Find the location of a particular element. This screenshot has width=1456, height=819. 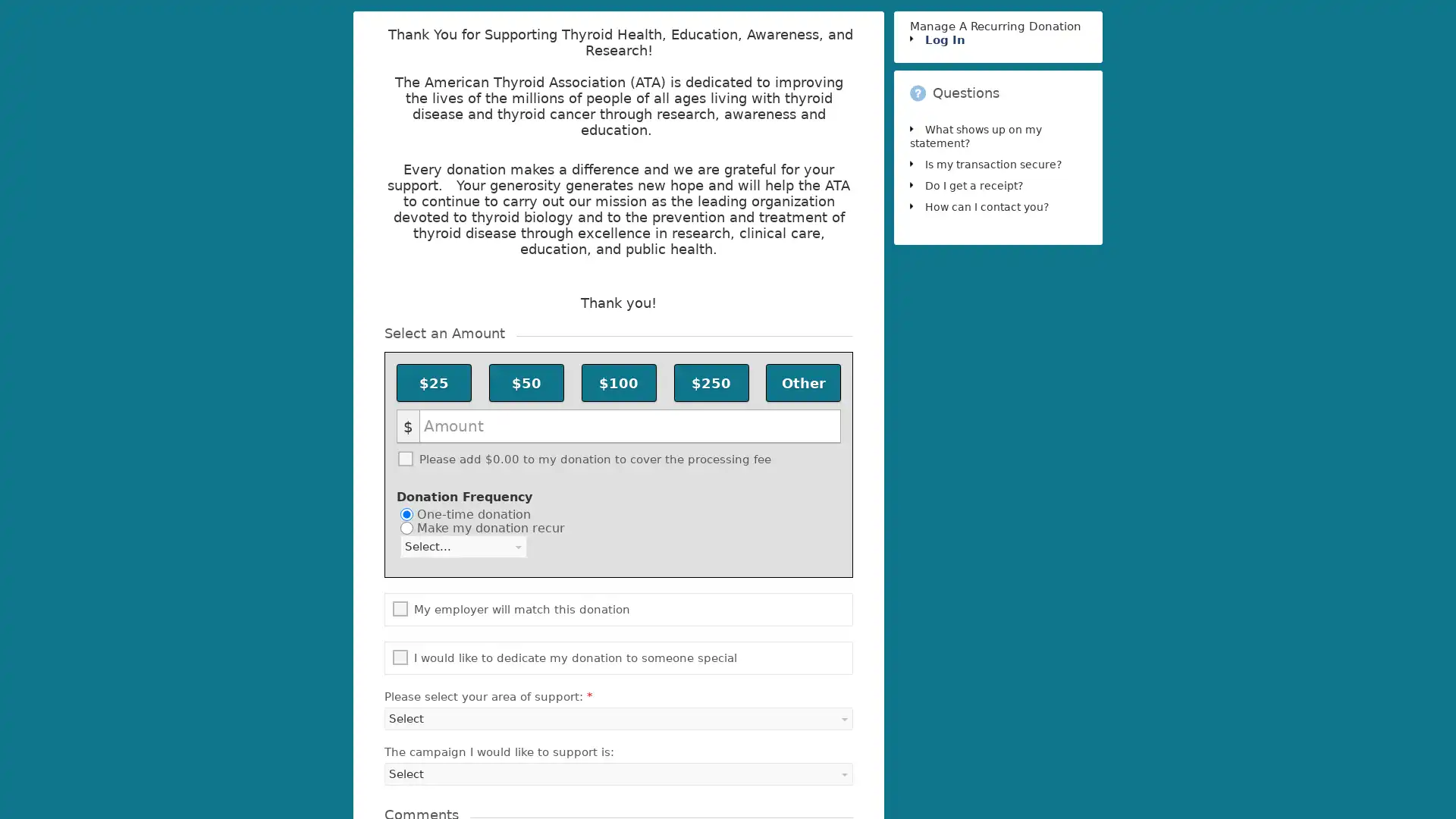

$100 is located at coordinates (618, 382).